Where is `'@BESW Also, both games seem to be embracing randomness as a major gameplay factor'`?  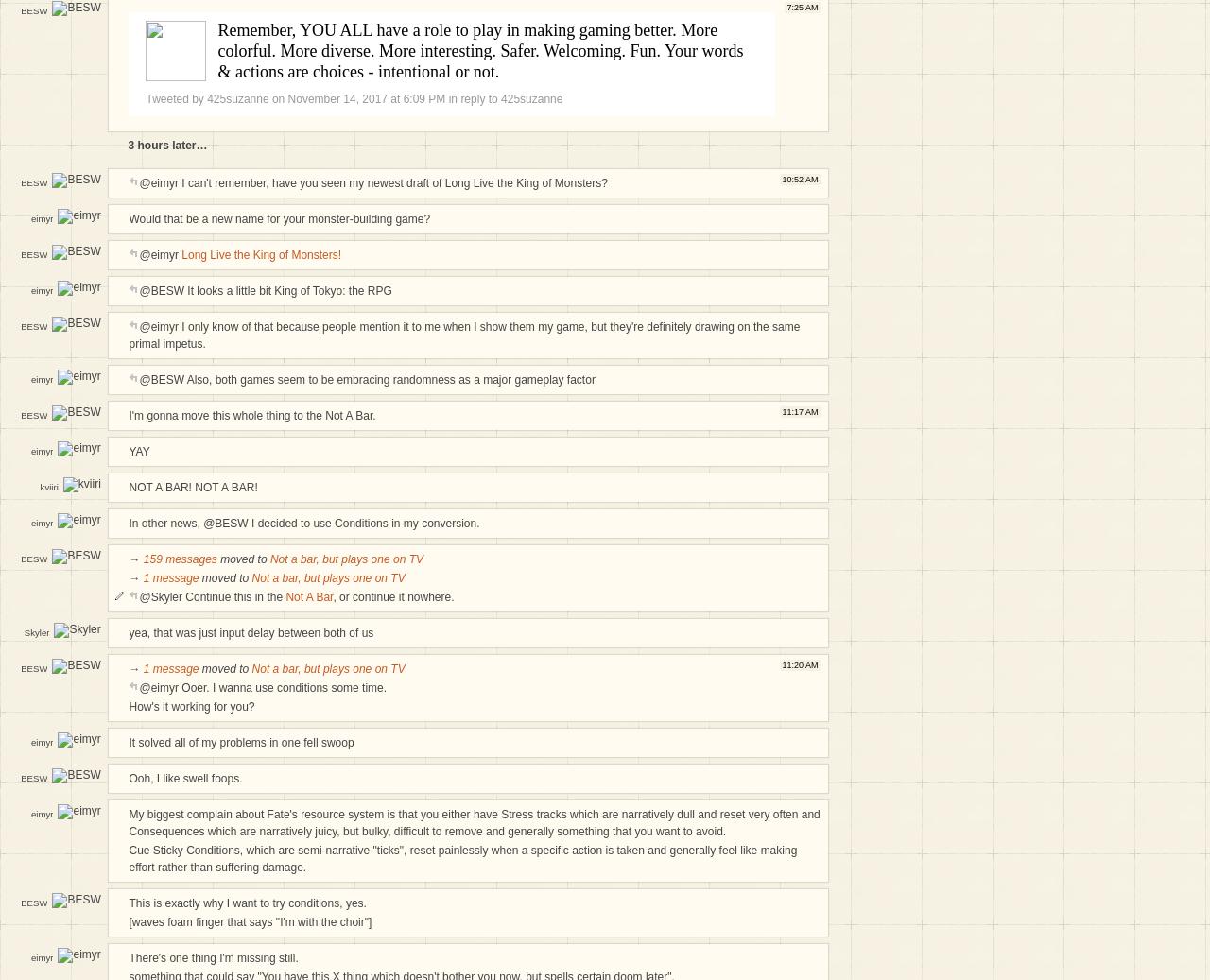 '@BESW Also, both games seem to be embracing randomness as a major gameplay factor' is located at coordinates (366, 379).